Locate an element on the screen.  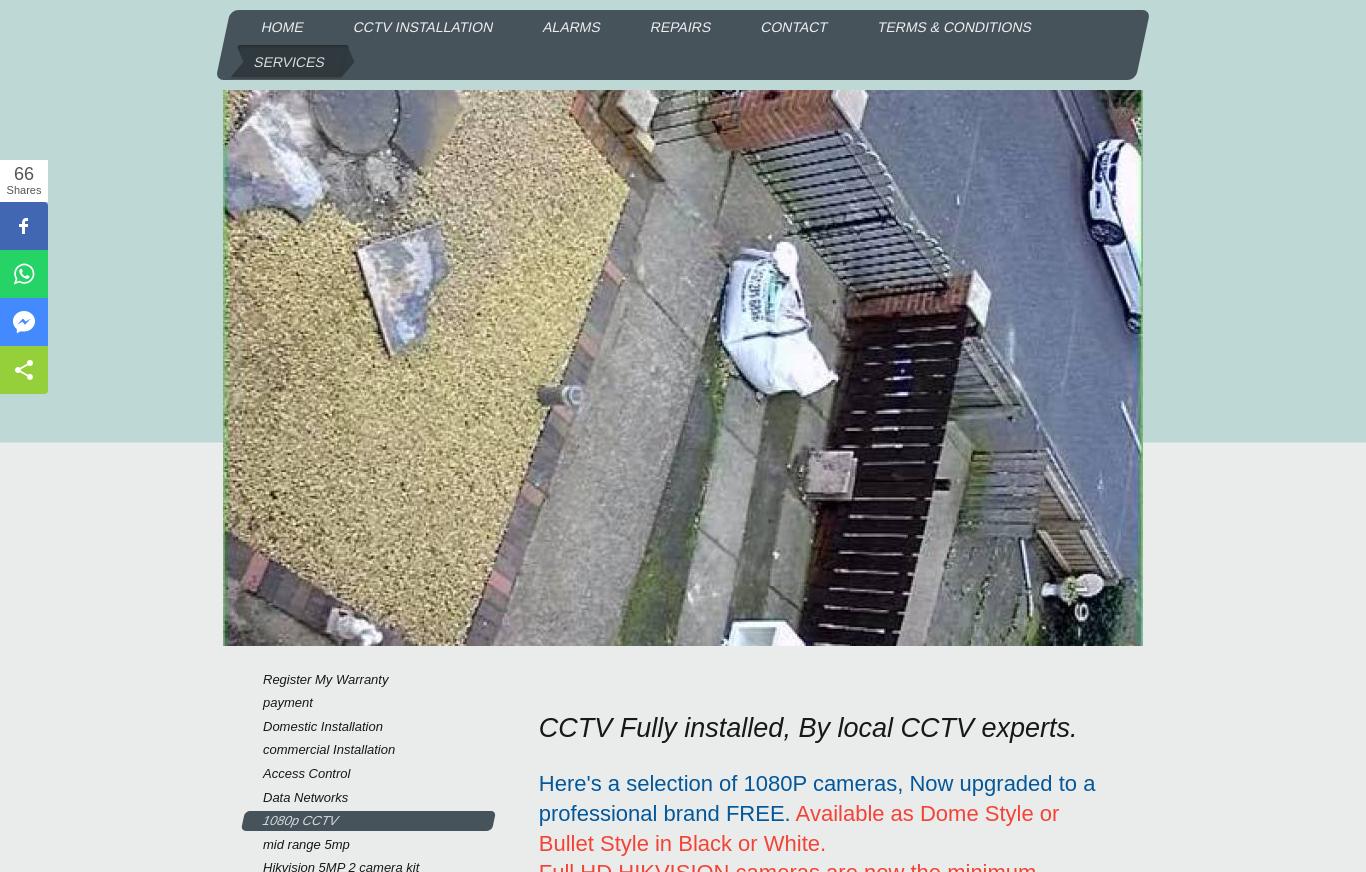
'Home' is located at coordinates (259, 26).